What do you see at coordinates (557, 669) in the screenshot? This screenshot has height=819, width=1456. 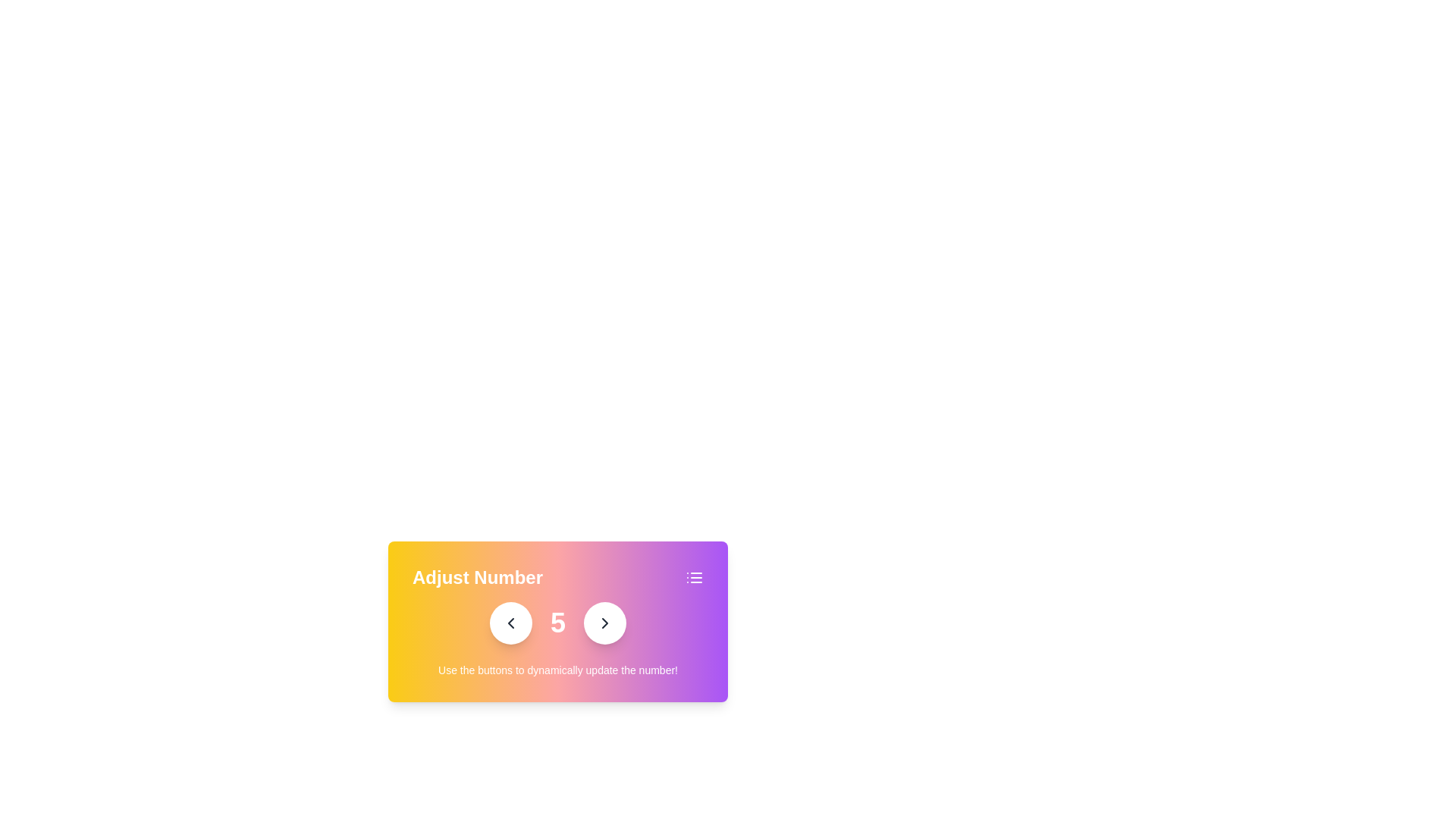 I see `the text caption that states 'Use the buttons to dynamically update the number!' which is centrally aligned below the numeric display and navigation buttons, to check for potential interactions` at bounding box center [557, 669].